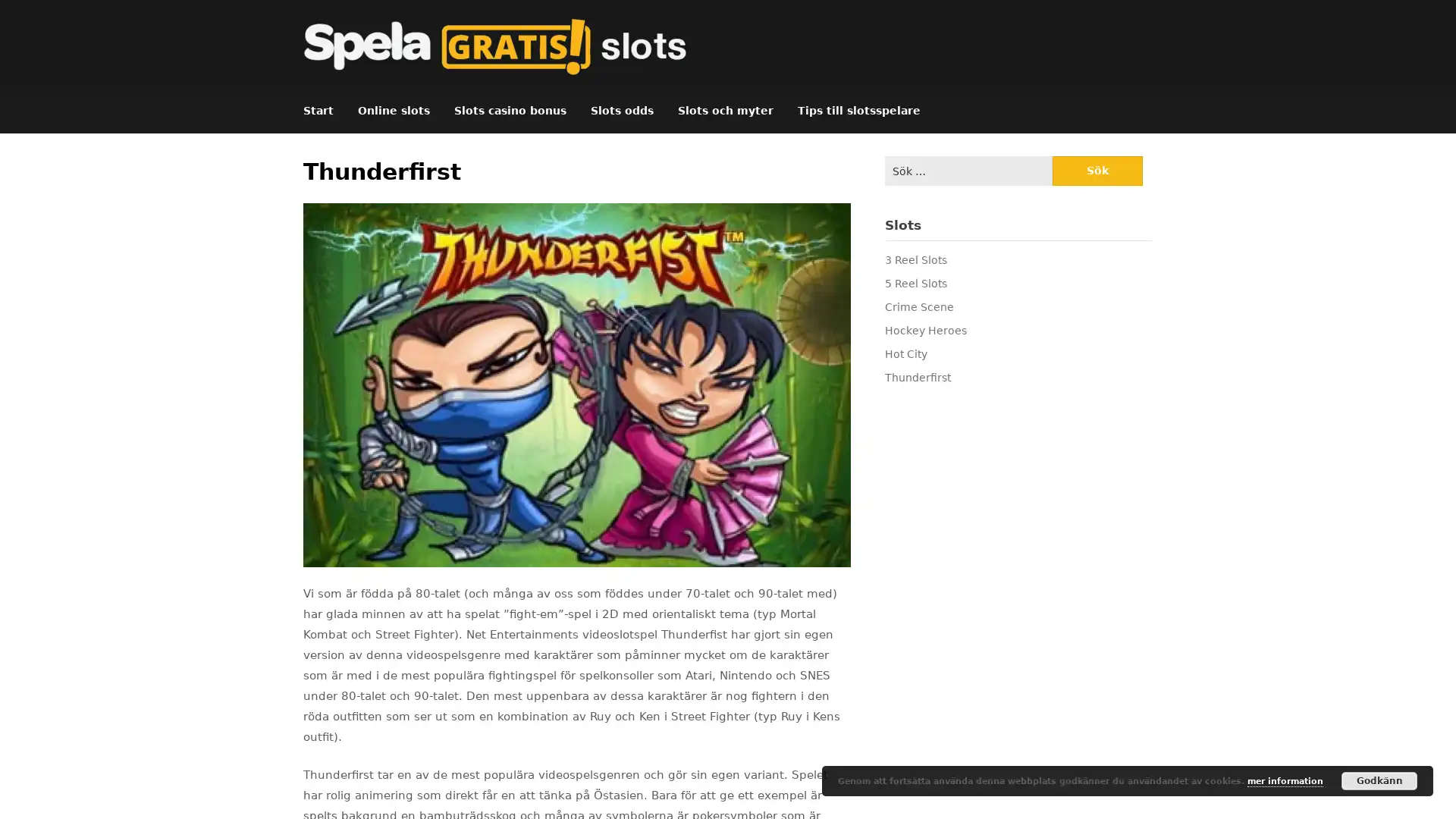 The height and width of the screenshot is (819, 1456). I want to click on Sok, so click(1097, 171).